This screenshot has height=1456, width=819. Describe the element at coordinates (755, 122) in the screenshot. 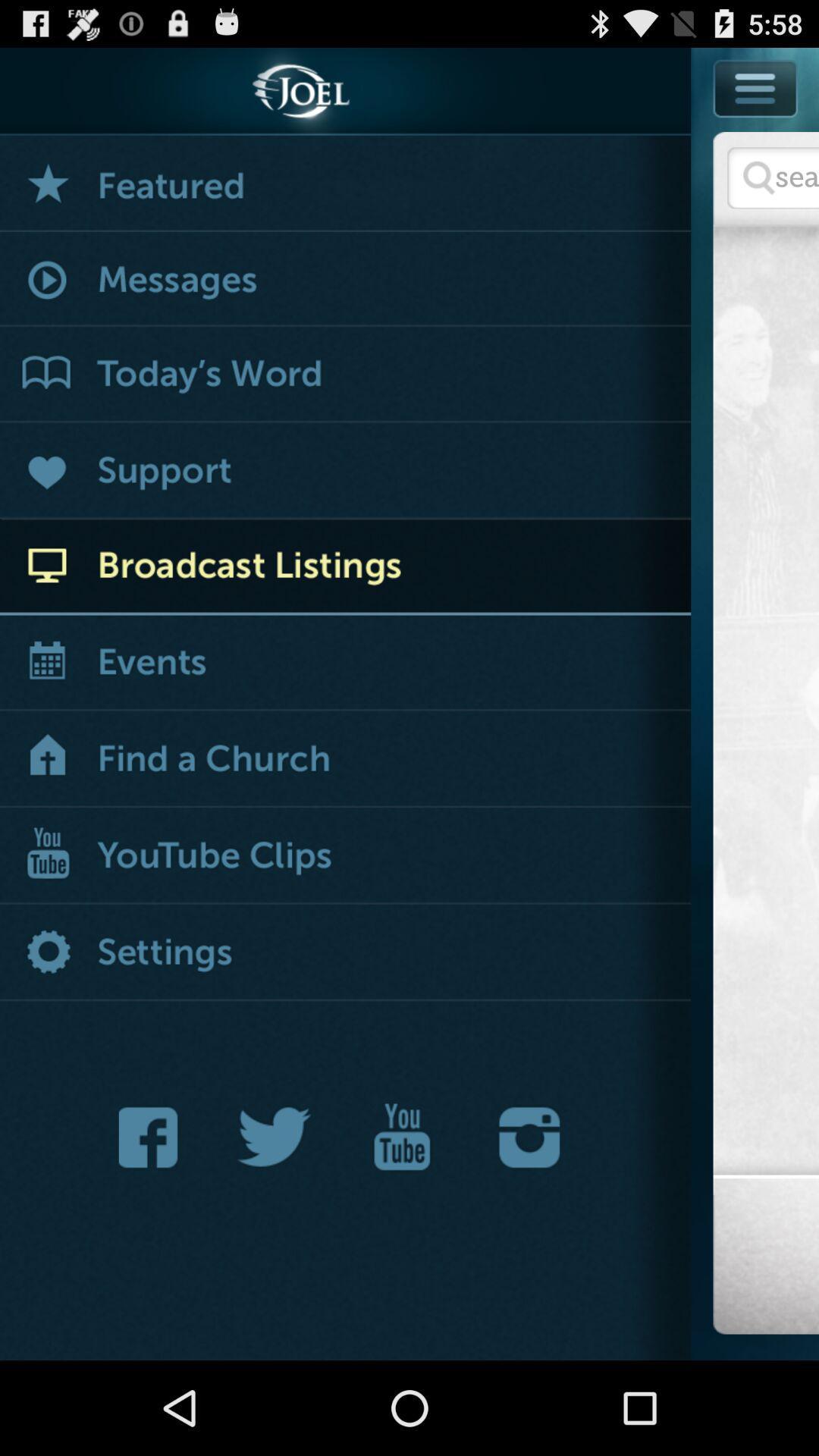

I see `menu option` at that location.